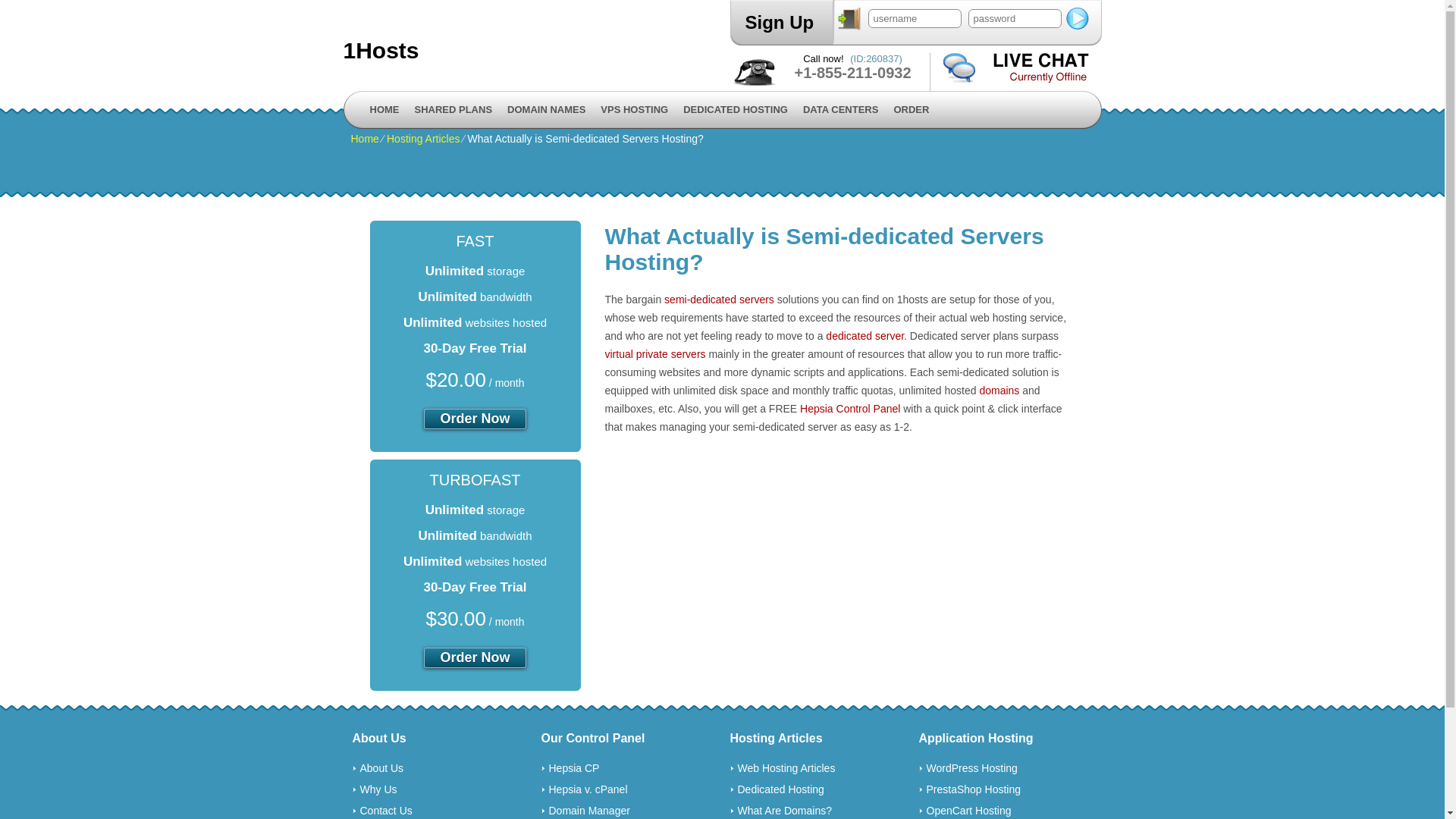 This screenshot has width=1456, height=819. Describe the element at coordinates (384, 109) in the screenshot. I see `'HOME'` at that location.